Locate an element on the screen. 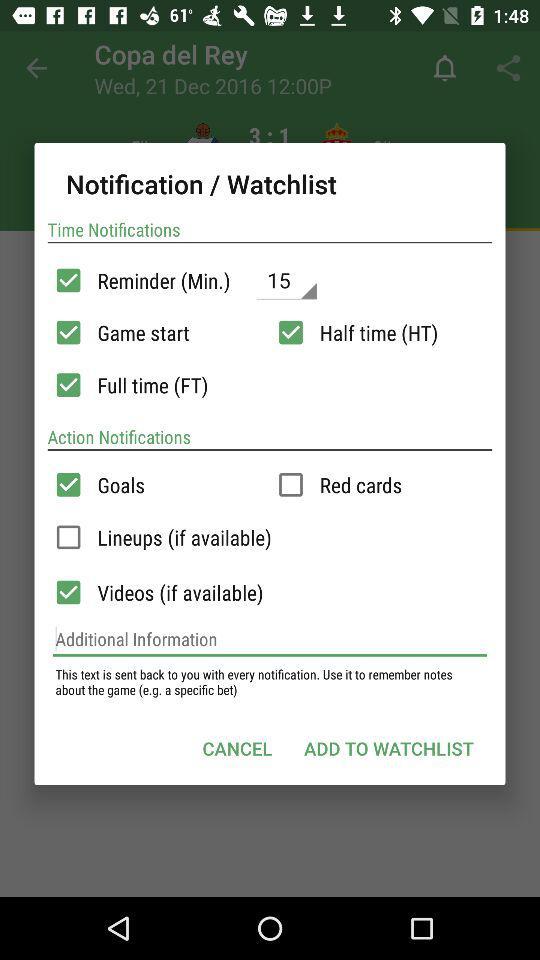 Image resolution: width=540 pixels, height=960 pixels. red cards notification is located at coordinates (290, 483).